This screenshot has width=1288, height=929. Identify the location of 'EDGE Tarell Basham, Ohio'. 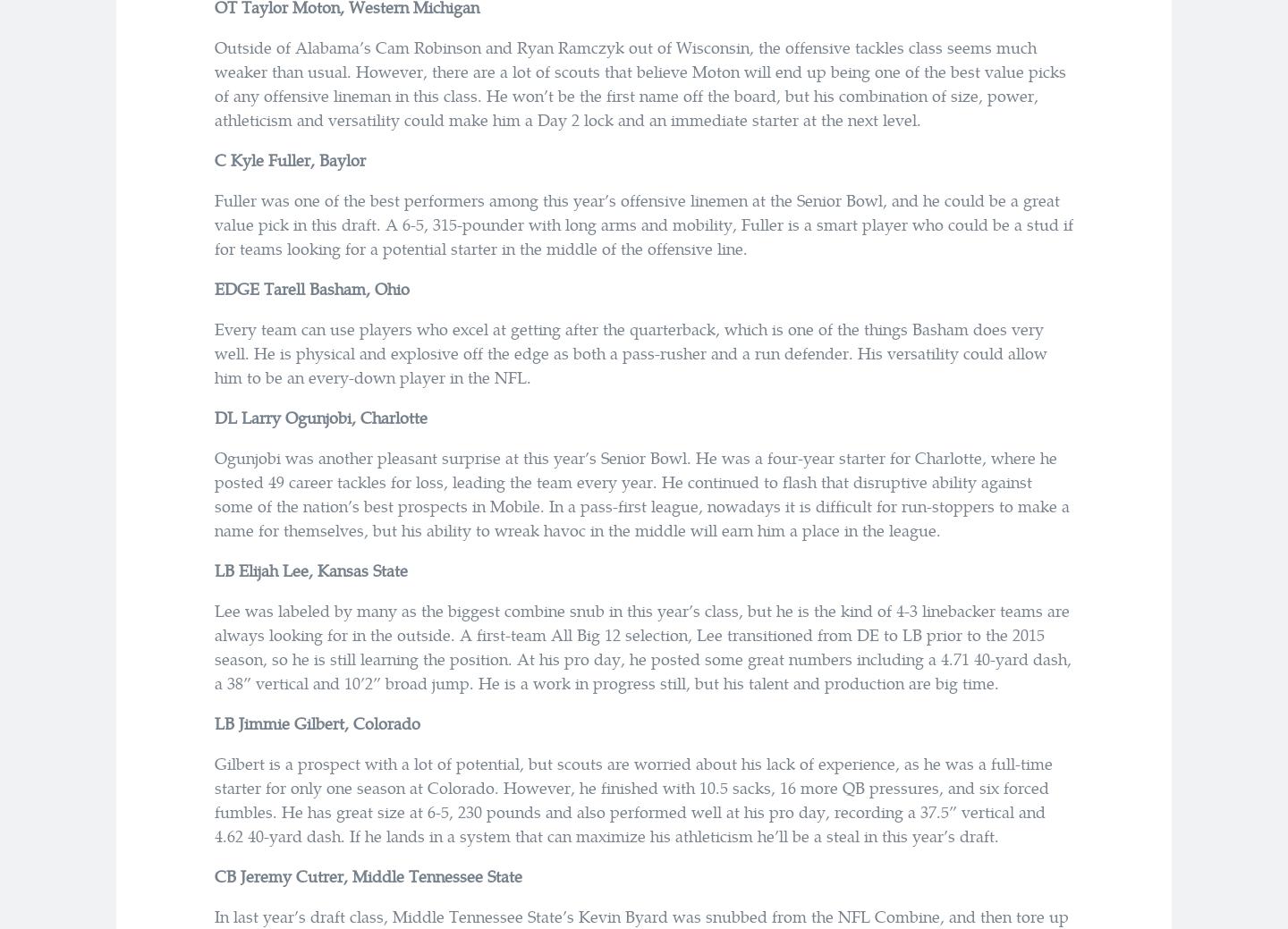
(312, 288).